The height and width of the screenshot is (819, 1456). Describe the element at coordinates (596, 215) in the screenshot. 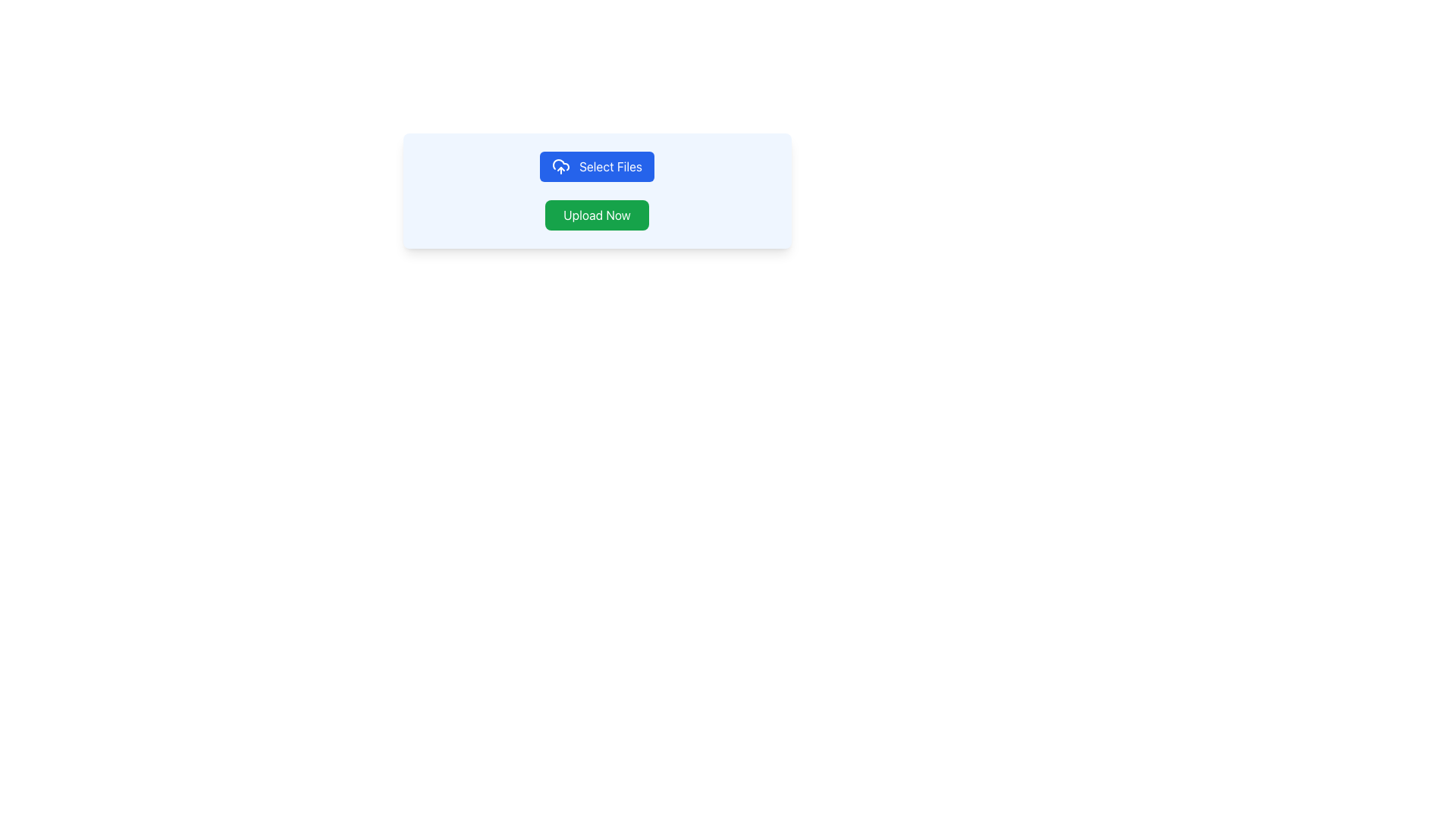

I see `the green rectangular button labeled 'Upload Now'` at that location.